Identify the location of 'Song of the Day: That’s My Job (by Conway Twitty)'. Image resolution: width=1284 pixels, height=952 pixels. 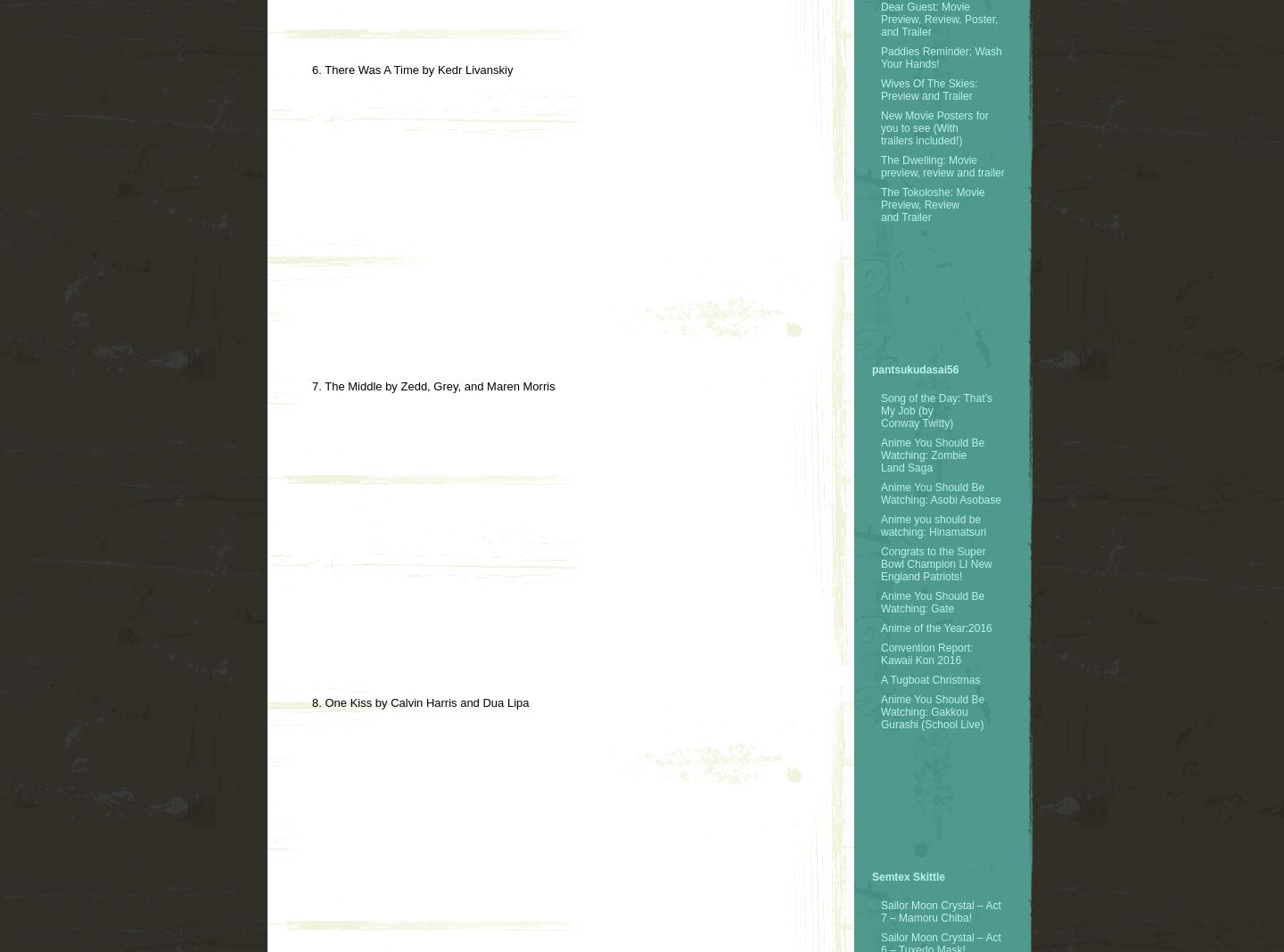
(936, 409).